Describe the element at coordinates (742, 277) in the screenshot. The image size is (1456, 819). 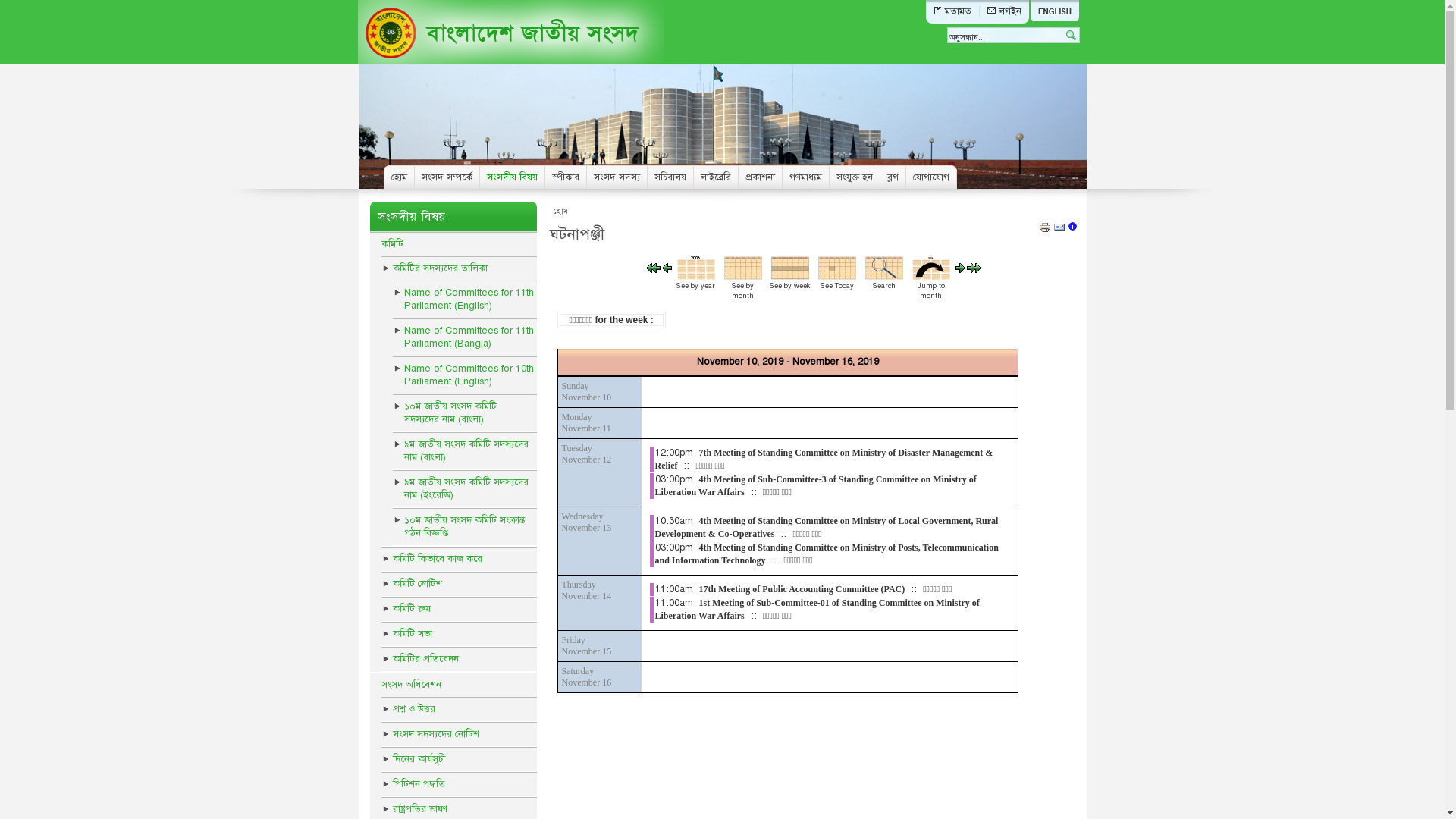
I see `'See by month'` at that location.